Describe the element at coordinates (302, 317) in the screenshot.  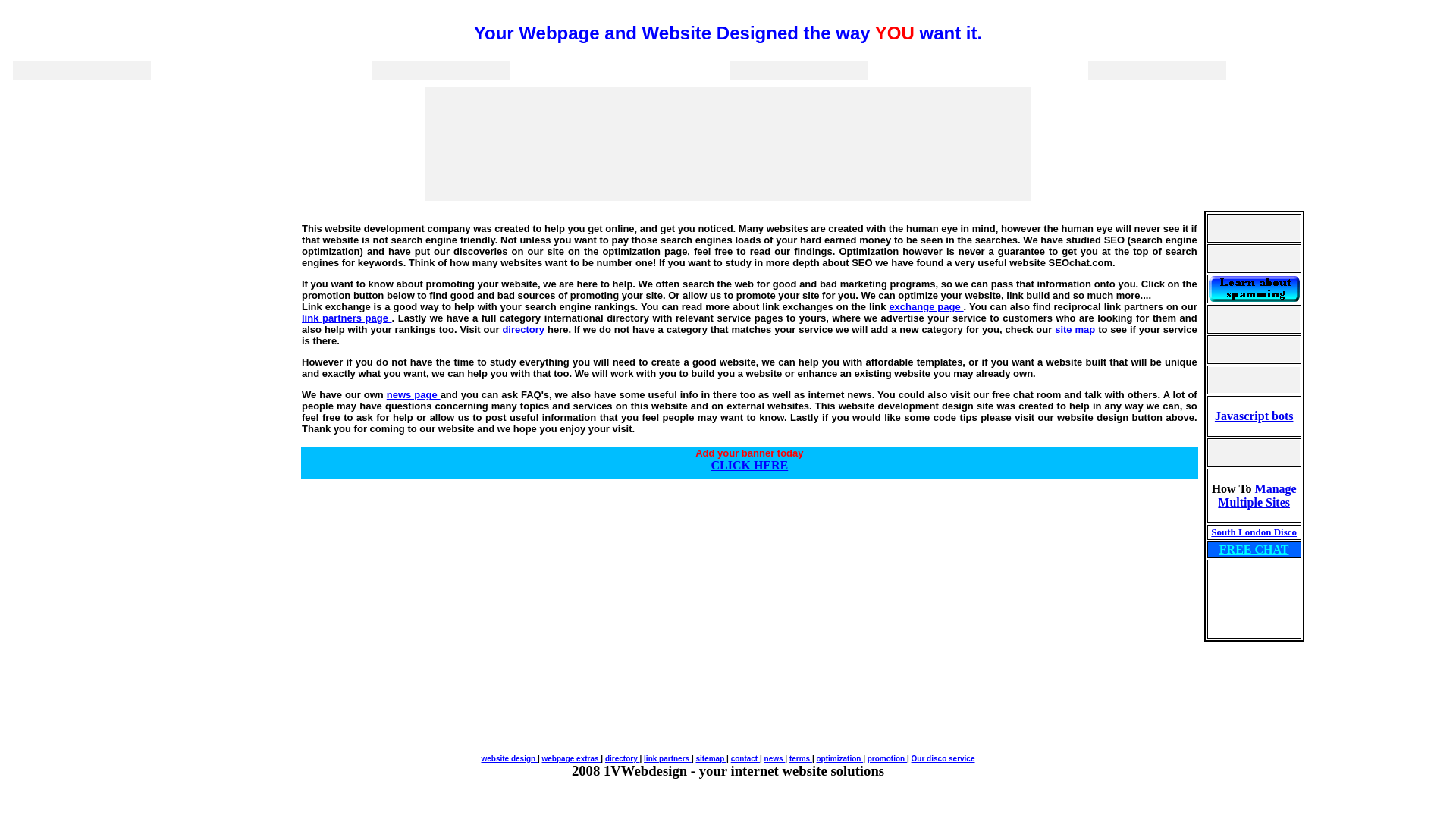
I see `'link partners page'` at that location.